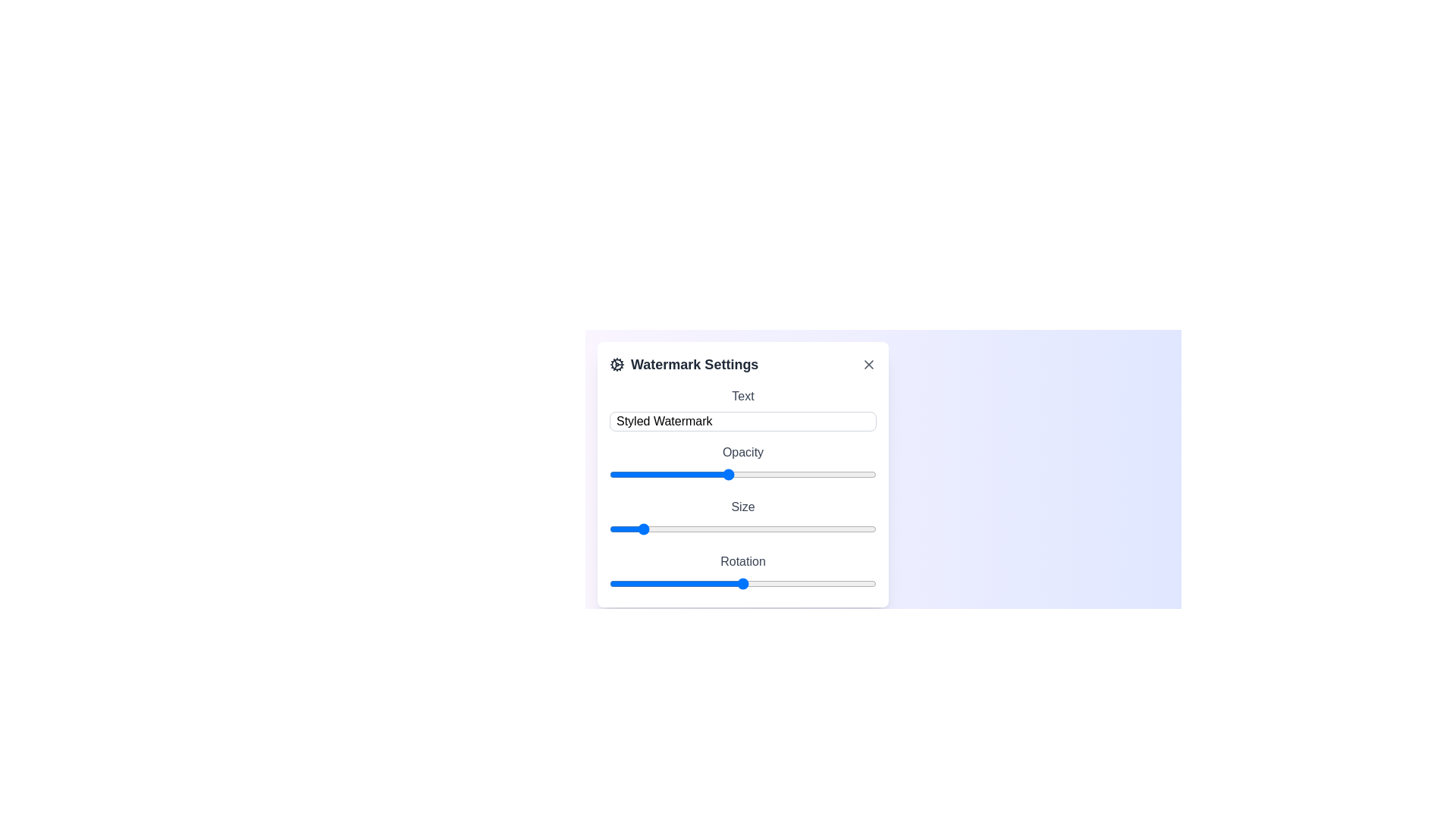 The width and height of the screenshot is (1456, 819). I want to click on the settings icon located to the left of the 'Watermark Settings' label in the header section of the settings dialog, so click(617, 365).